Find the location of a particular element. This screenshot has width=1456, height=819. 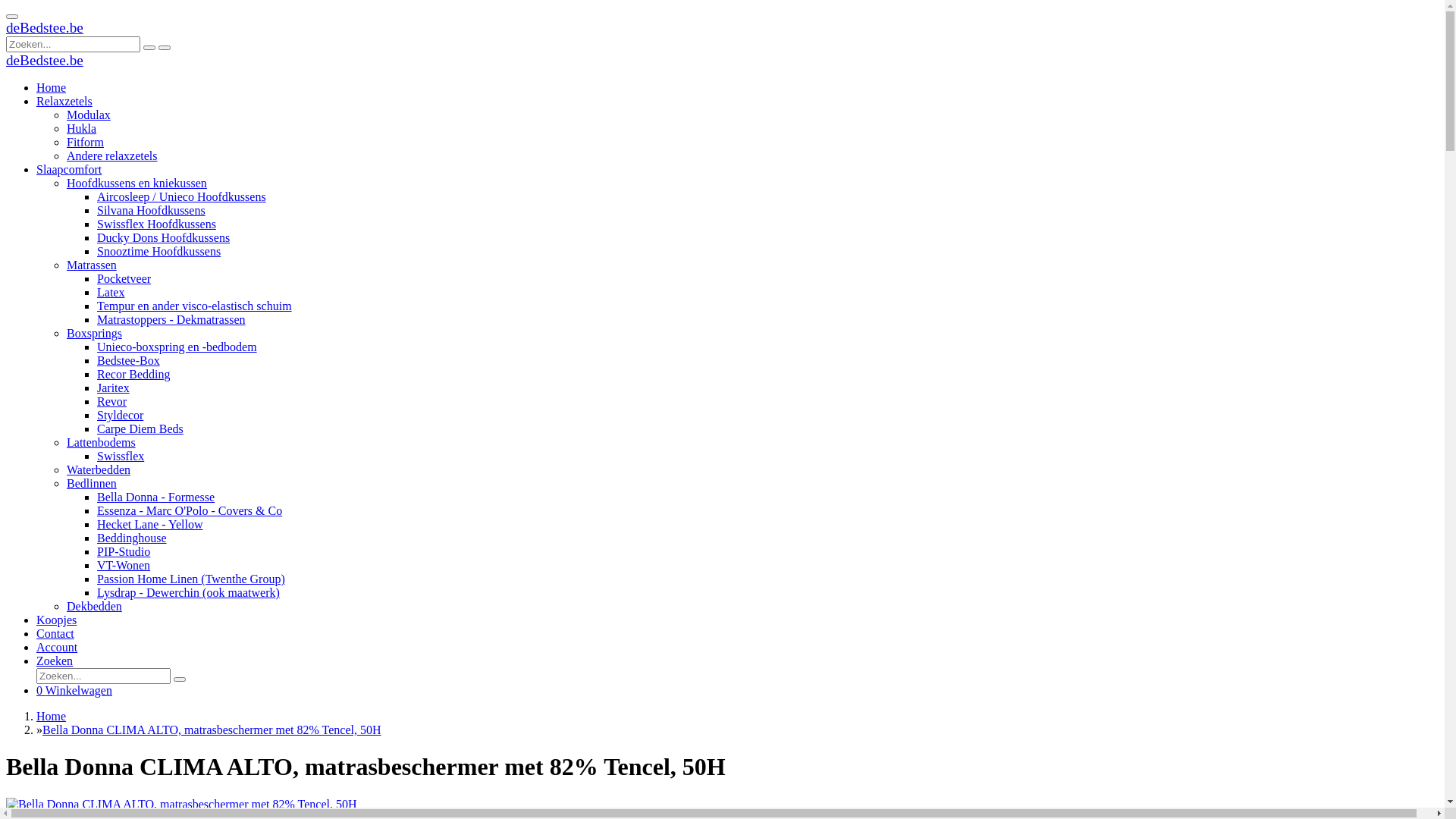

'Slaapcomfort' is located at coordinates (68, 169).